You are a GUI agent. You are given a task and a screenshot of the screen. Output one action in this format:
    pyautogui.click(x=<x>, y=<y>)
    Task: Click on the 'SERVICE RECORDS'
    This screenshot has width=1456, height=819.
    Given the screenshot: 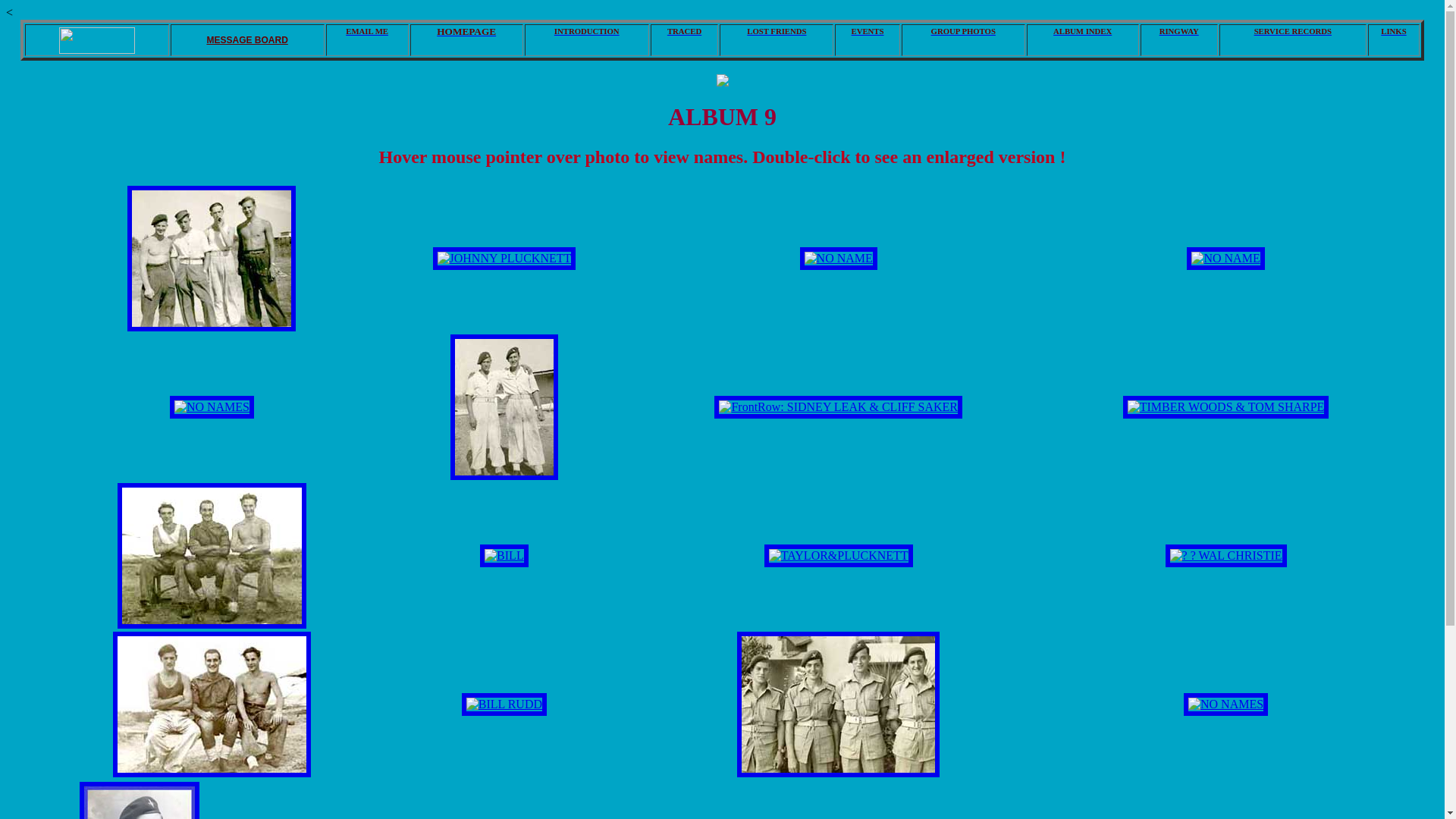 What is the action you would take?
    pyautogui.click(x=1291, y=31)
    